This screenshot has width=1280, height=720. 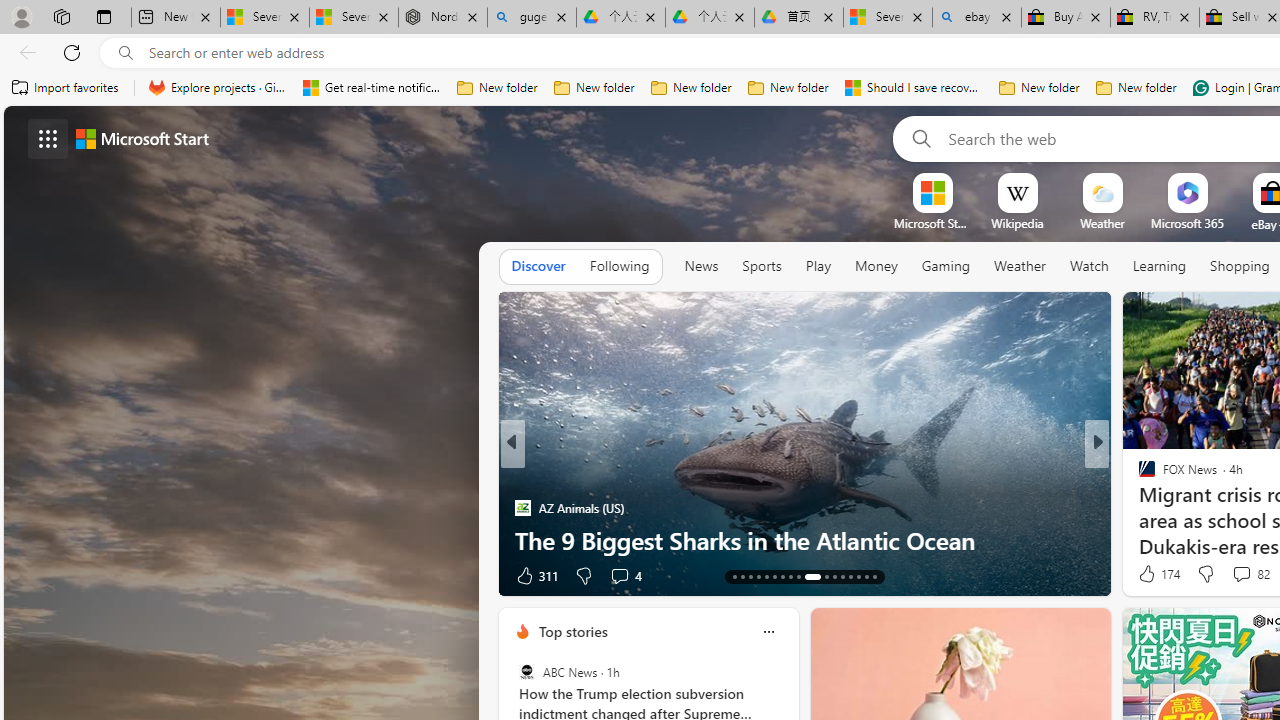 I want to click on 'Like', so click(x=1140, y=575).